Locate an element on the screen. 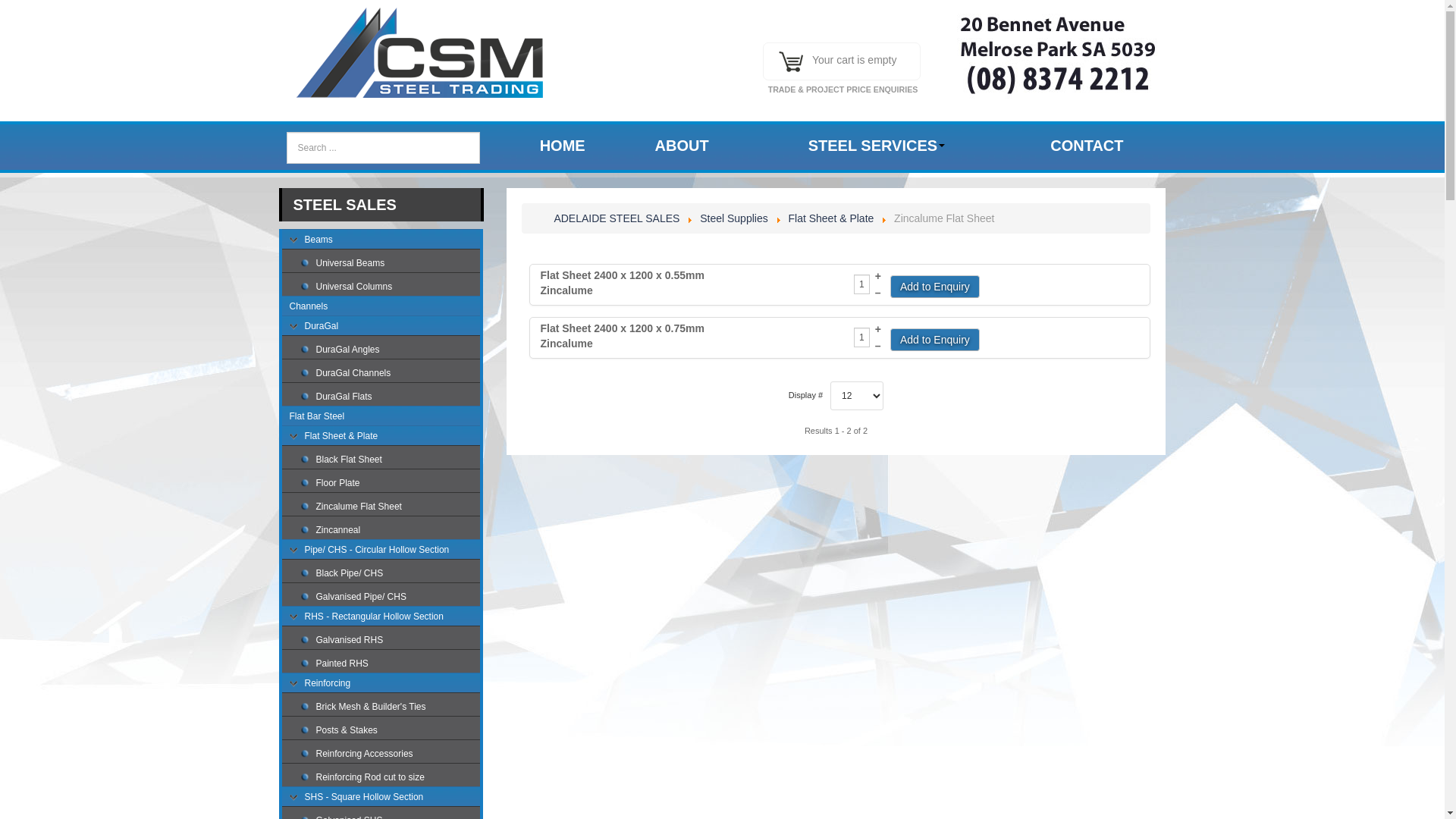 The width and height of the screenshot is (1456, 819). 'Beams' is located at coordinates (381, 240).